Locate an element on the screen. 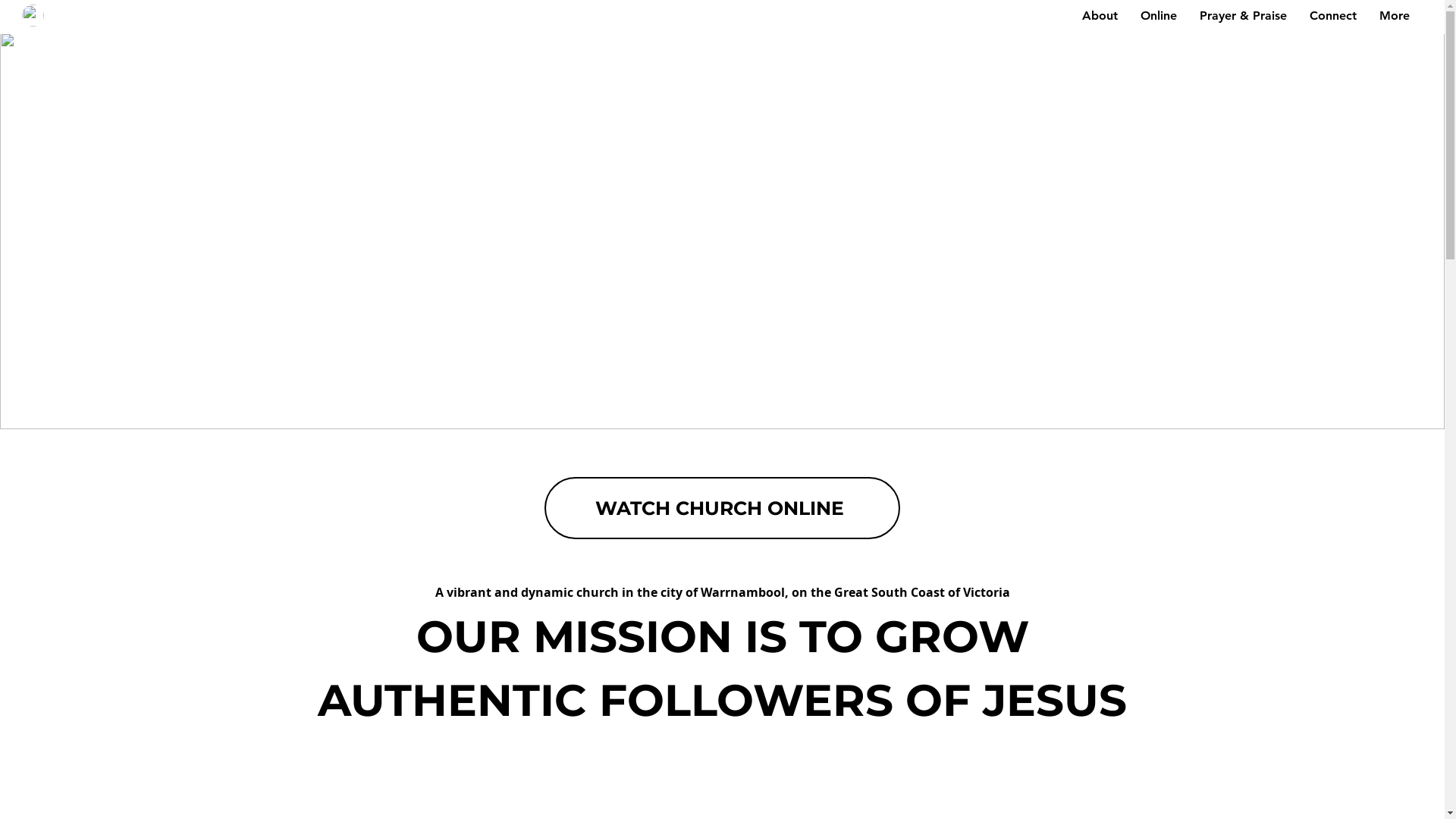  'Connect' is located at coordinates (1332, 15).